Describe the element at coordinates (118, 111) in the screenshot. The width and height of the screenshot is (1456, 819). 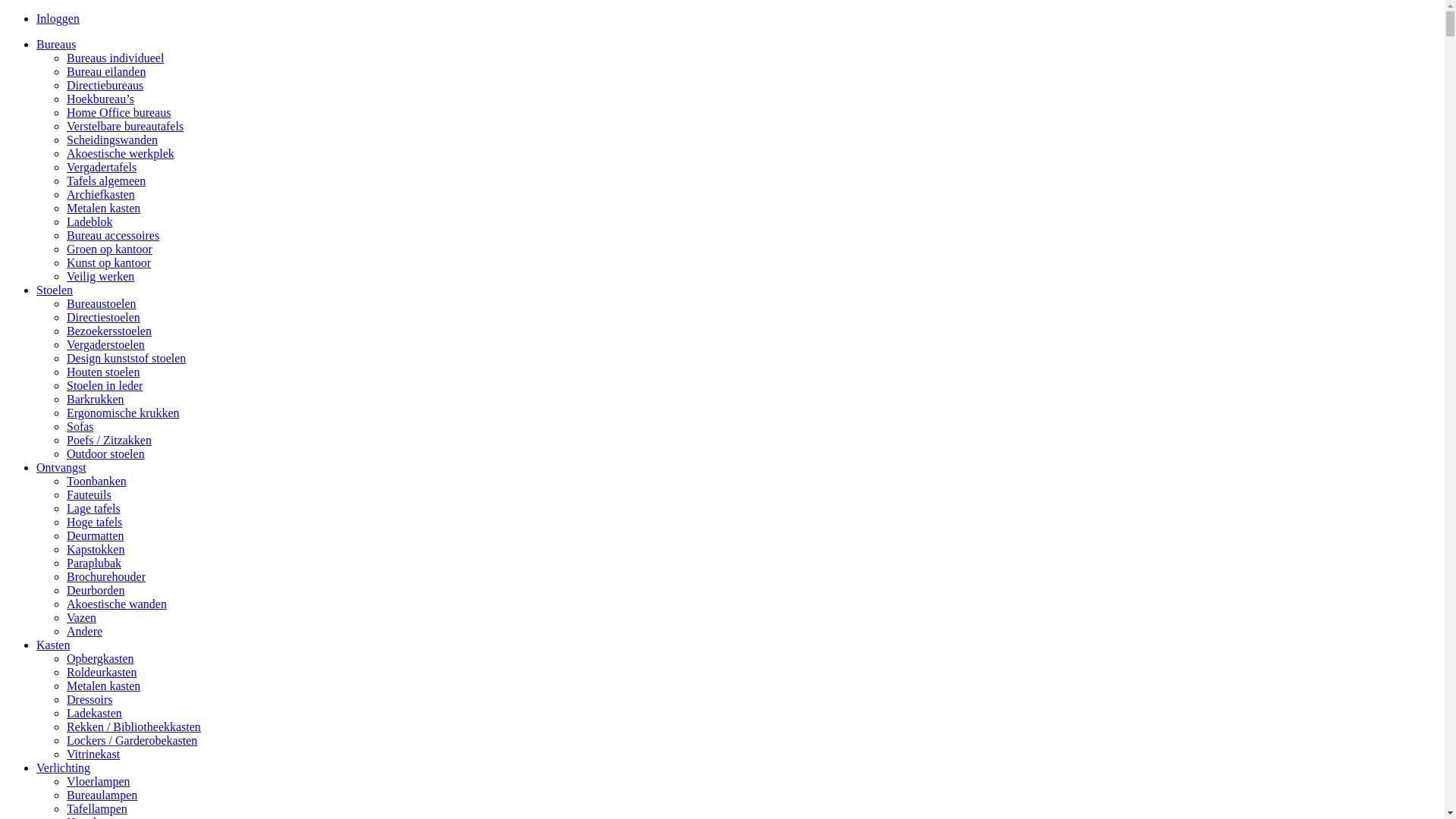
I see `'Home Office bureaus'` at that location.